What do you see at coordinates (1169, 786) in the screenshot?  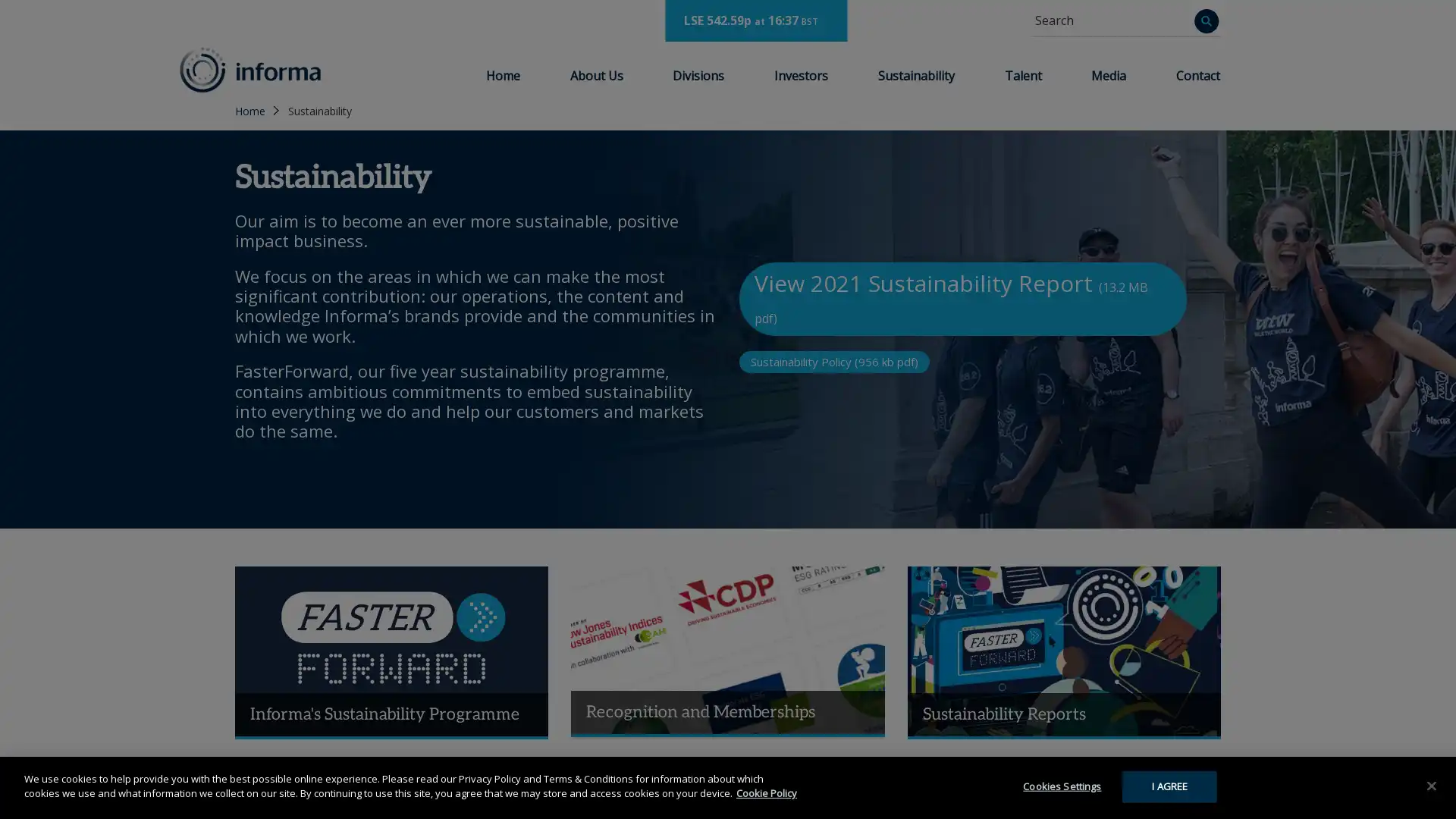 I see `I AGREE` at bounding box center [1169, 786].